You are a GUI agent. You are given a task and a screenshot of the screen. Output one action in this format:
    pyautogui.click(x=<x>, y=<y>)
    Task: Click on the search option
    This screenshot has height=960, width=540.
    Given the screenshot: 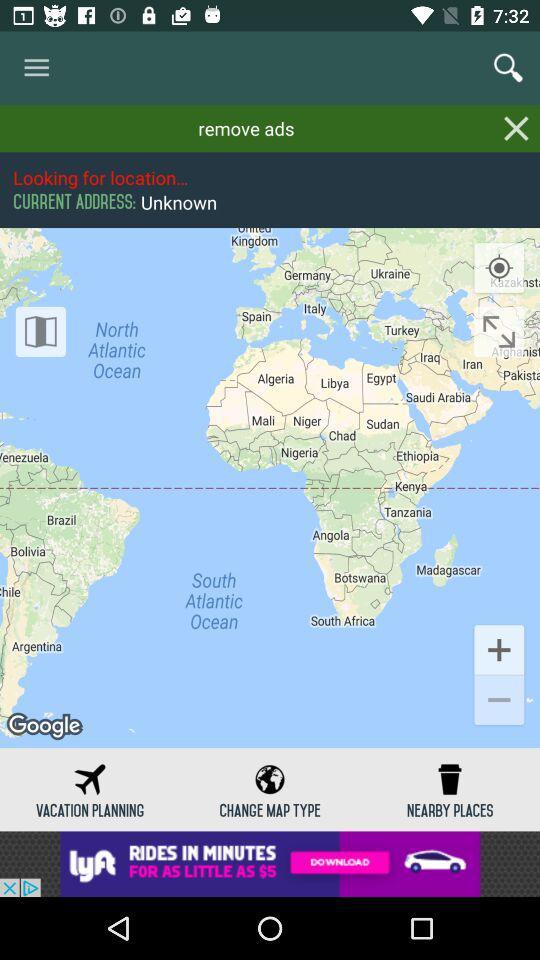 What is the action you would take?
    pyautogui.click(x=508, y=68)
    